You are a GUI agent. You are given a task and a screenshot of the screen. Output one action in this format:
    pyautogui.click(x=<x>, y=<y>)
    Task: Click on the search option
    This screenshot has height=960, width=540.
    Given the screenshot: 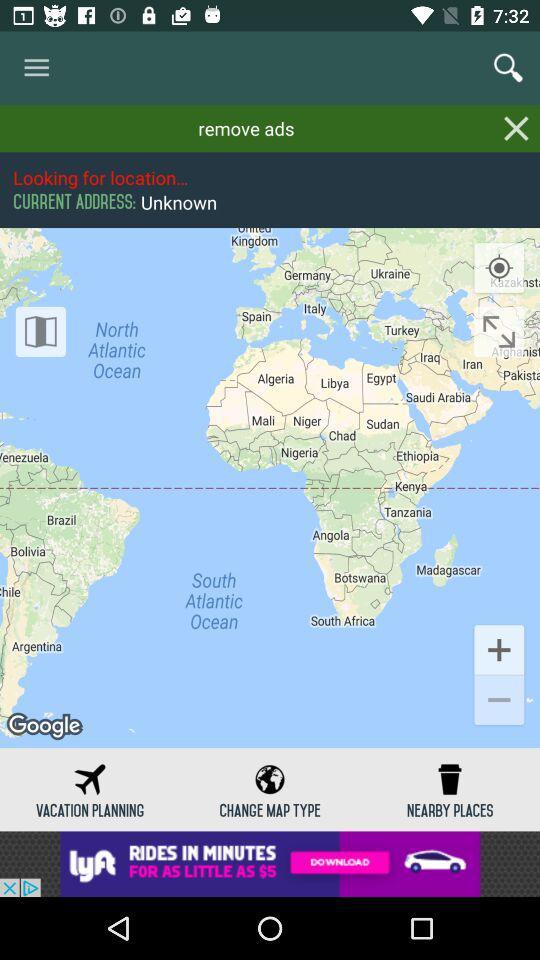 What is the action you would take?
    pyautogui.click(x=508, y=68)
    